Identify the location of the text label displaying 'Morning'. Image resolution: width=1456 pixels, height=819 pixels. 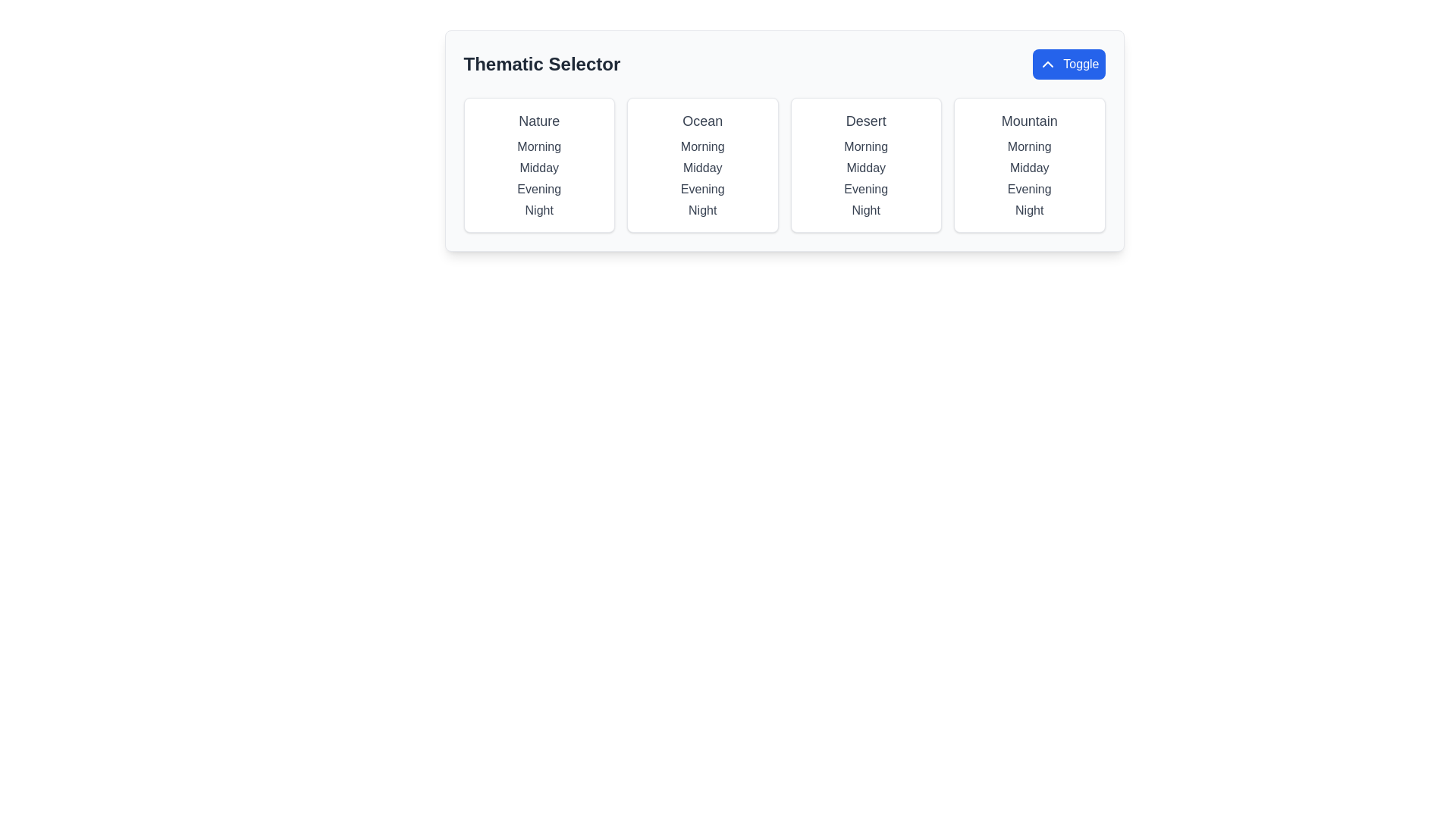
(539, 146).